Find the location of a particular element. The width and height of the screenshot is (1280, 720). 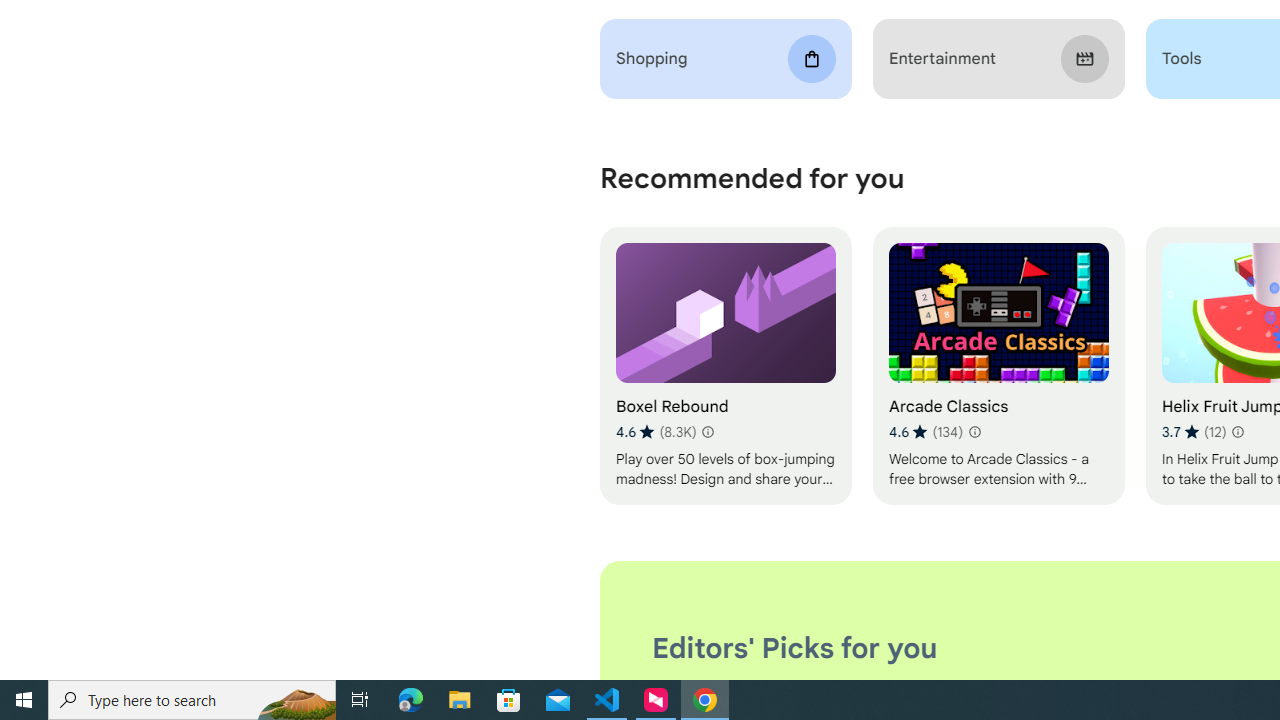

'Arcade Classics' is located at coordinates (998, 366).